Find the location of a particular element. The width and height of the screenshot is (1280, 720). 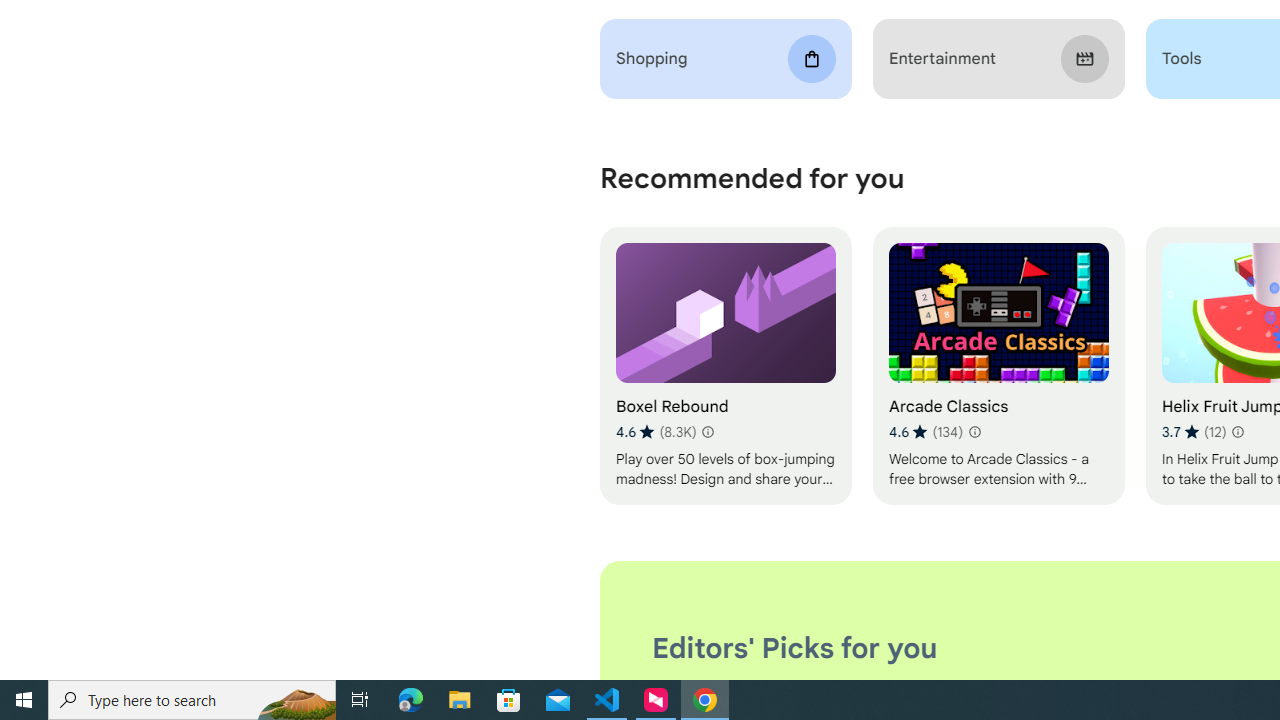

'Arcade Classics' is located at coordinates (998, 366).